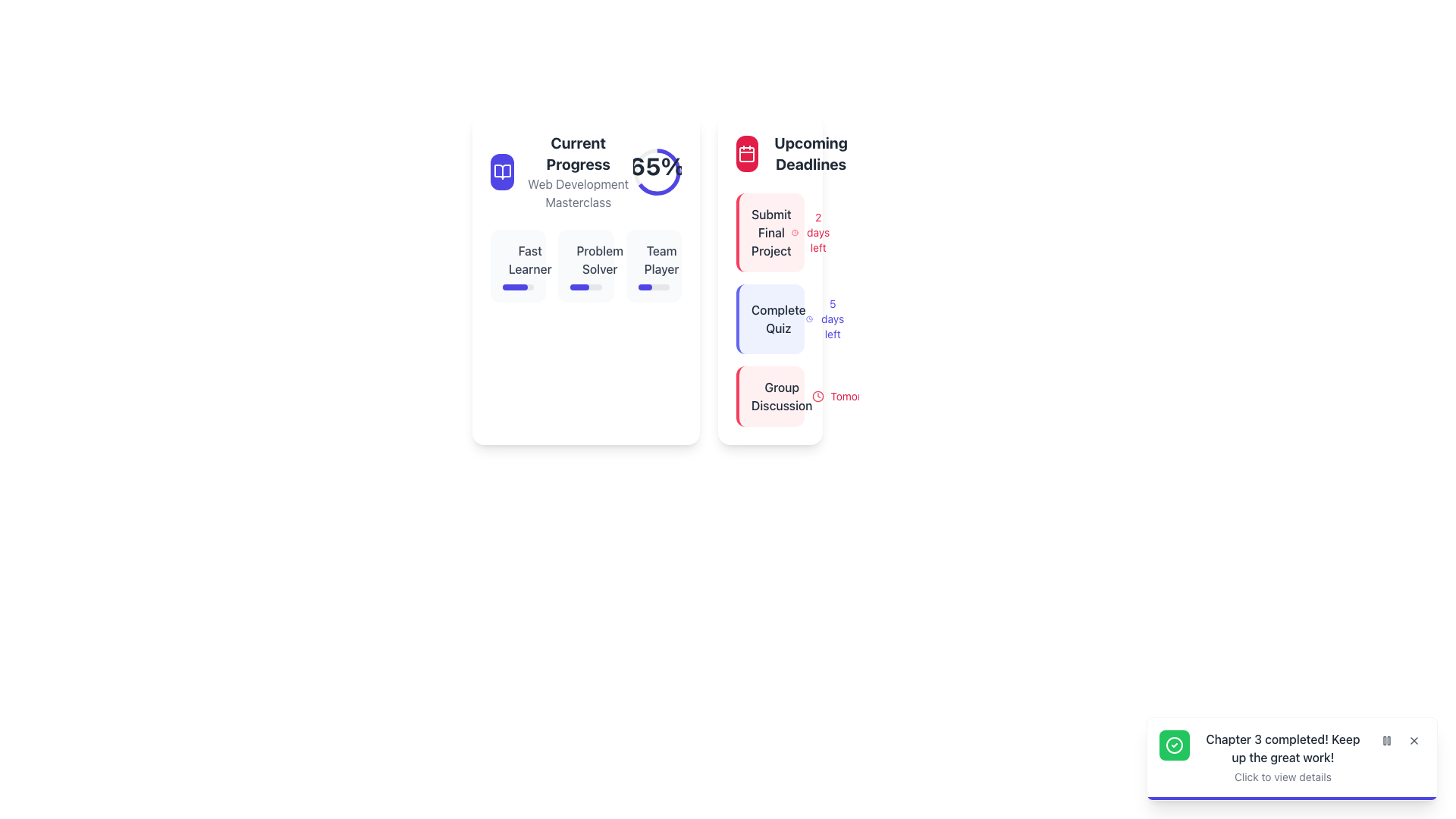 The image size is (1456, 819). What do you see at coordinates (661, 259) in the screenshot?
I see `the static text label that reads 'Player' within the 'Current Progress' section, which is the third component in a row of three elements` at bounding box center [661, 259].